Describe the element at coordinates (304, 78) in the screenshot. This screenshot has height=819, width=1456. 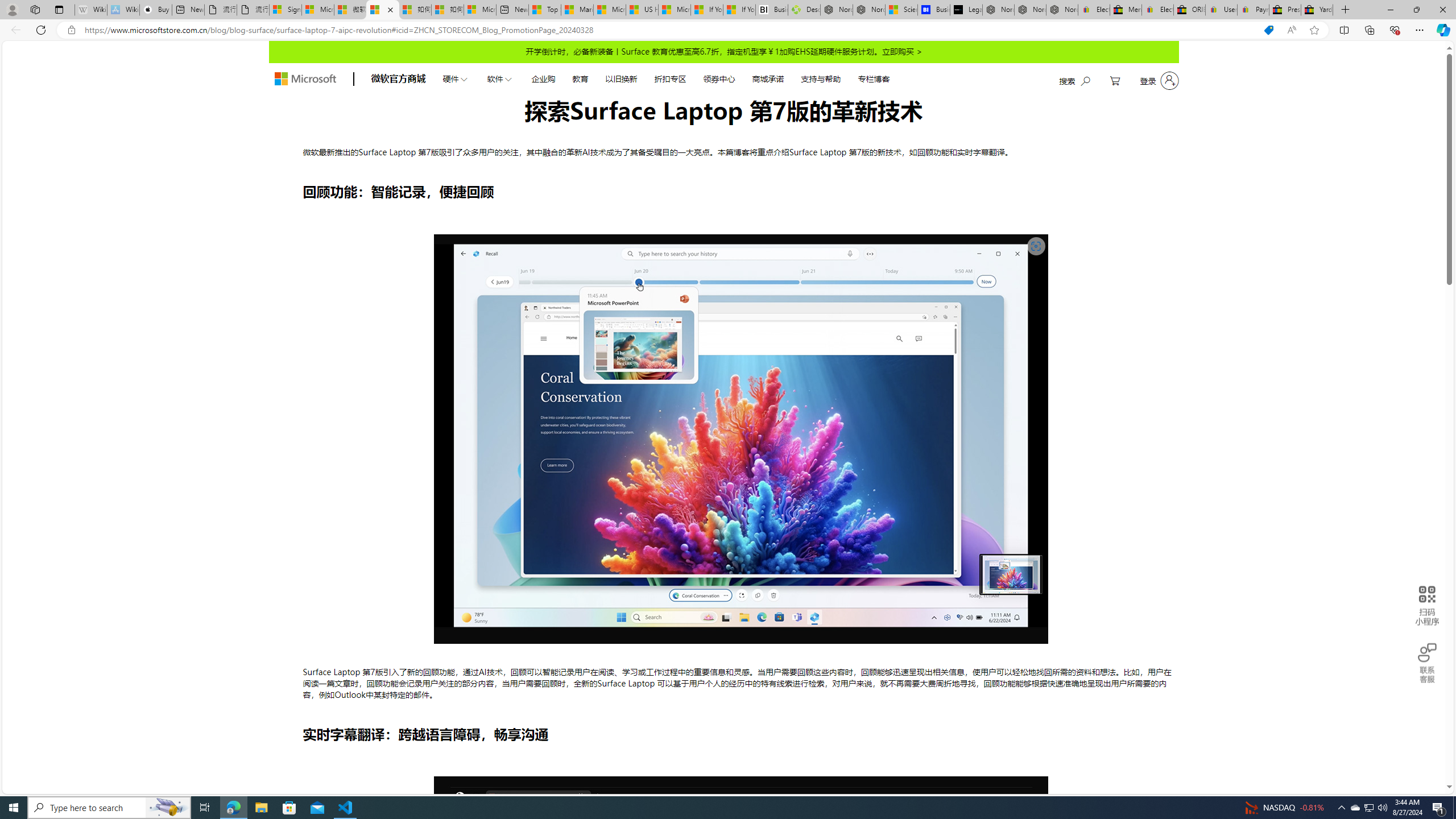
I see `'store logo'` at that location.